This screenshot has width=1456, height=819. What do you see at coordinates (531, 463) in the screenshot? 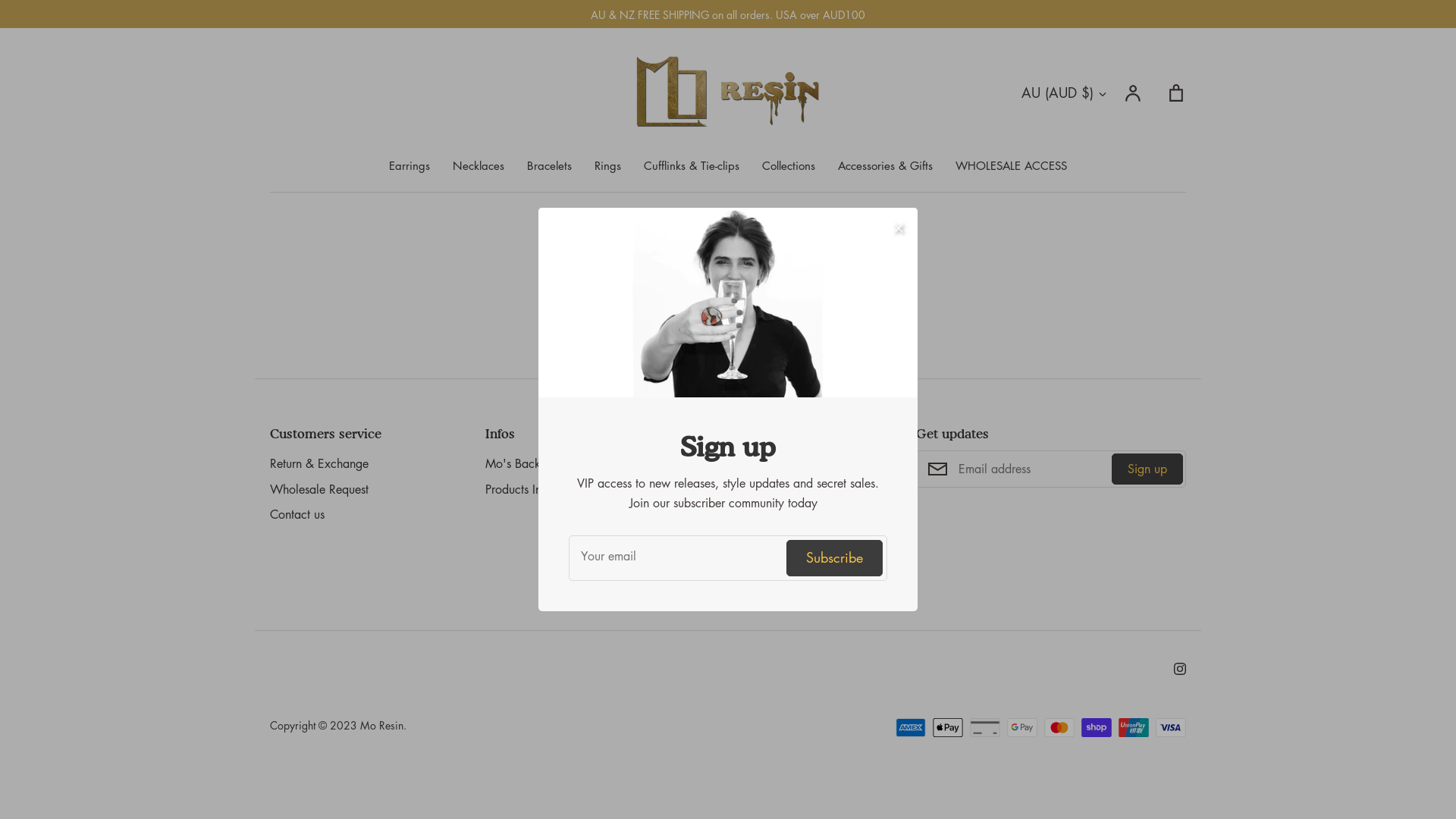
I see `'Mo's Background'` at bounding box center [531, 463].